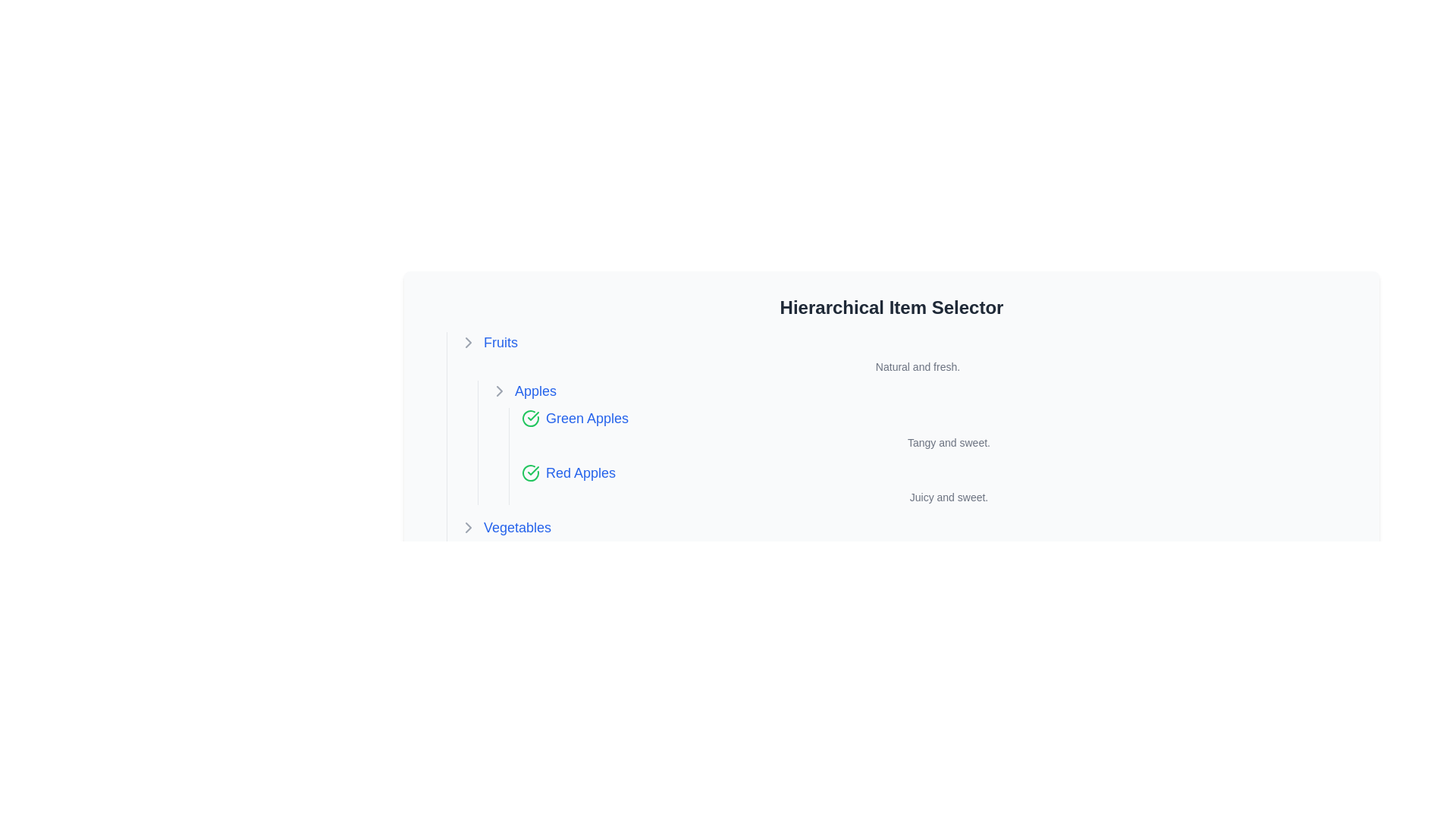 The image size is (1456, 819). What do you see at coordinates (468, 342) in the screenshot?
I see `the rightwards-pointing gray chevron icon indicating expand/collapse functionality located at the leftmost part of the 'Fruits' row` at bounding box center [468, 342].